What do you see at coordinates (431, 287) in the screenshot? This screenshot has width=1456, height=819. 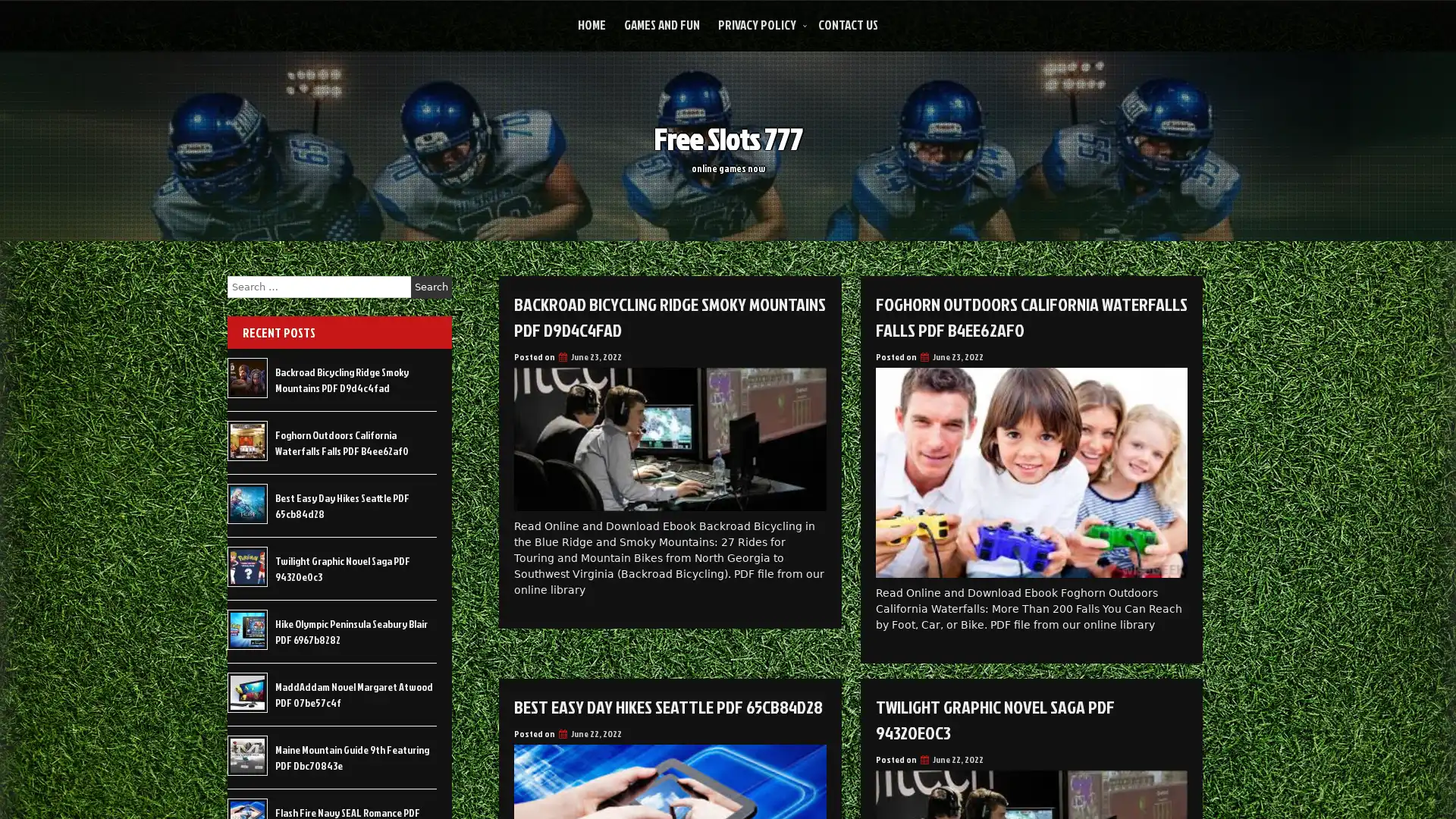 I see `Search` at bounding box center [431, 287].